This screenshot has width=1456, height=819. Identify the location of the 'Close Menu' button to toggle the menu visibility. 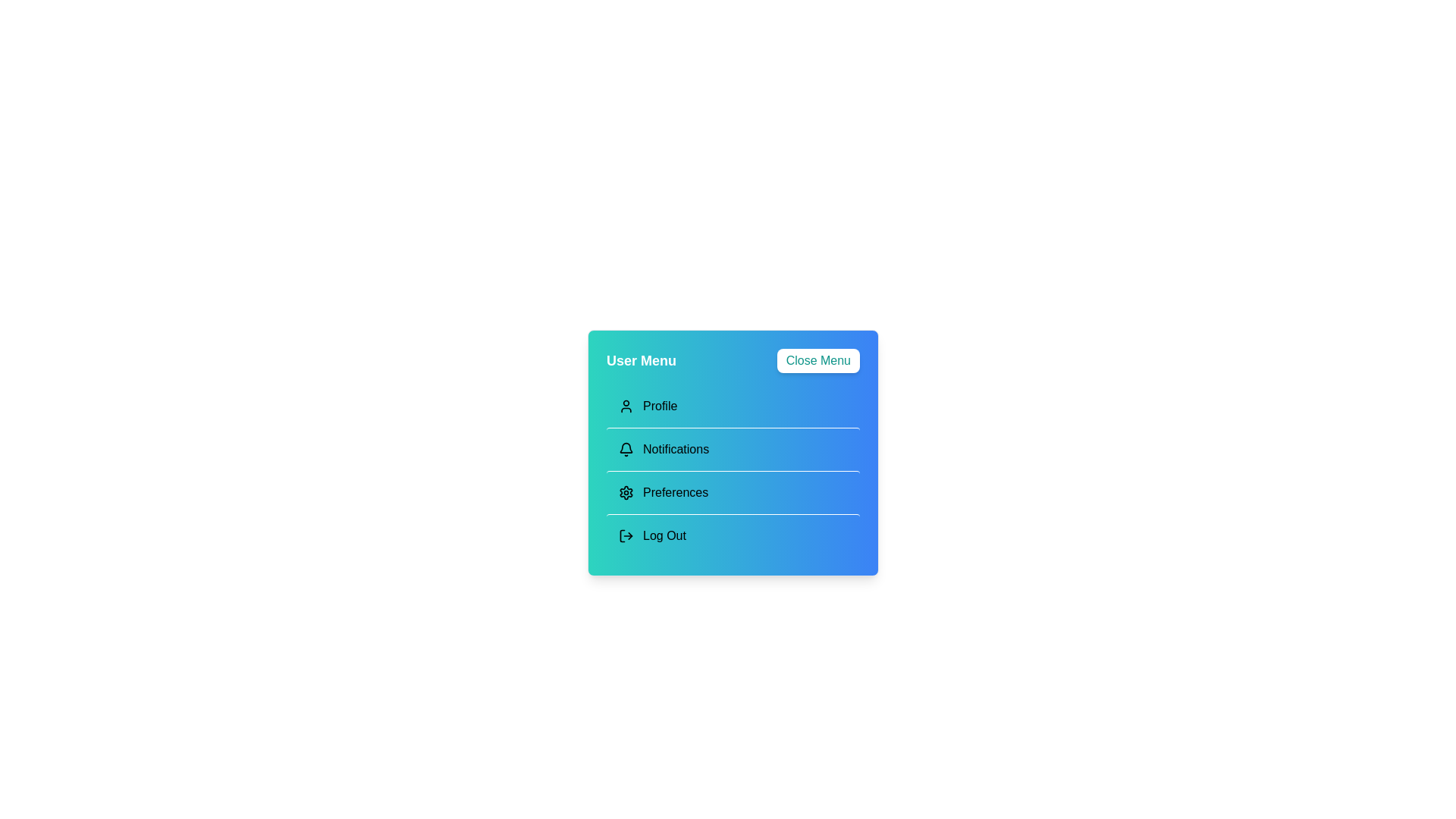
(817, 360).